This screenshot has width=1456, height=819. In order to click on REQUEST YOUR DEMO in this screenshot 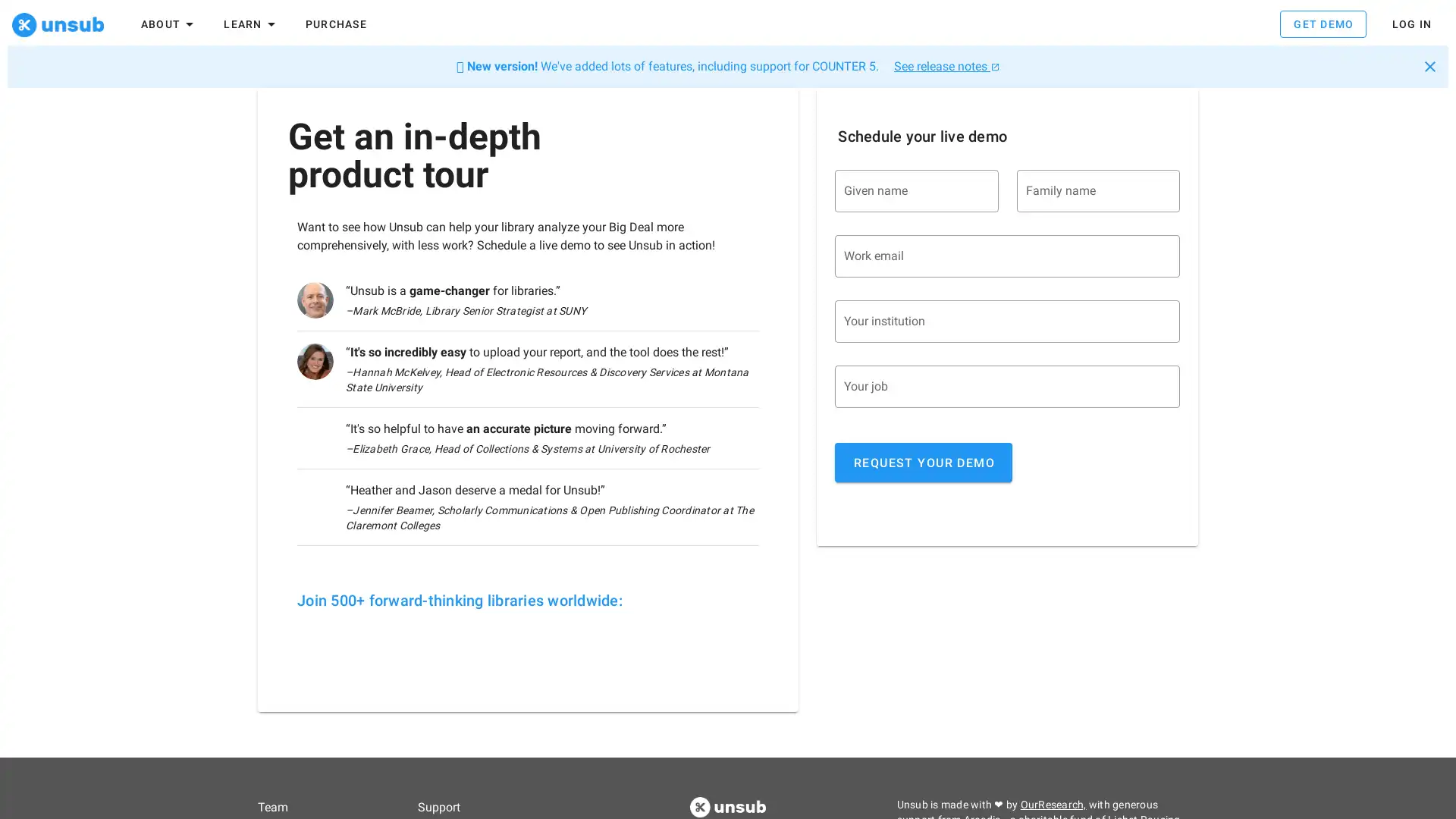, I will do `click(923, 467)`.